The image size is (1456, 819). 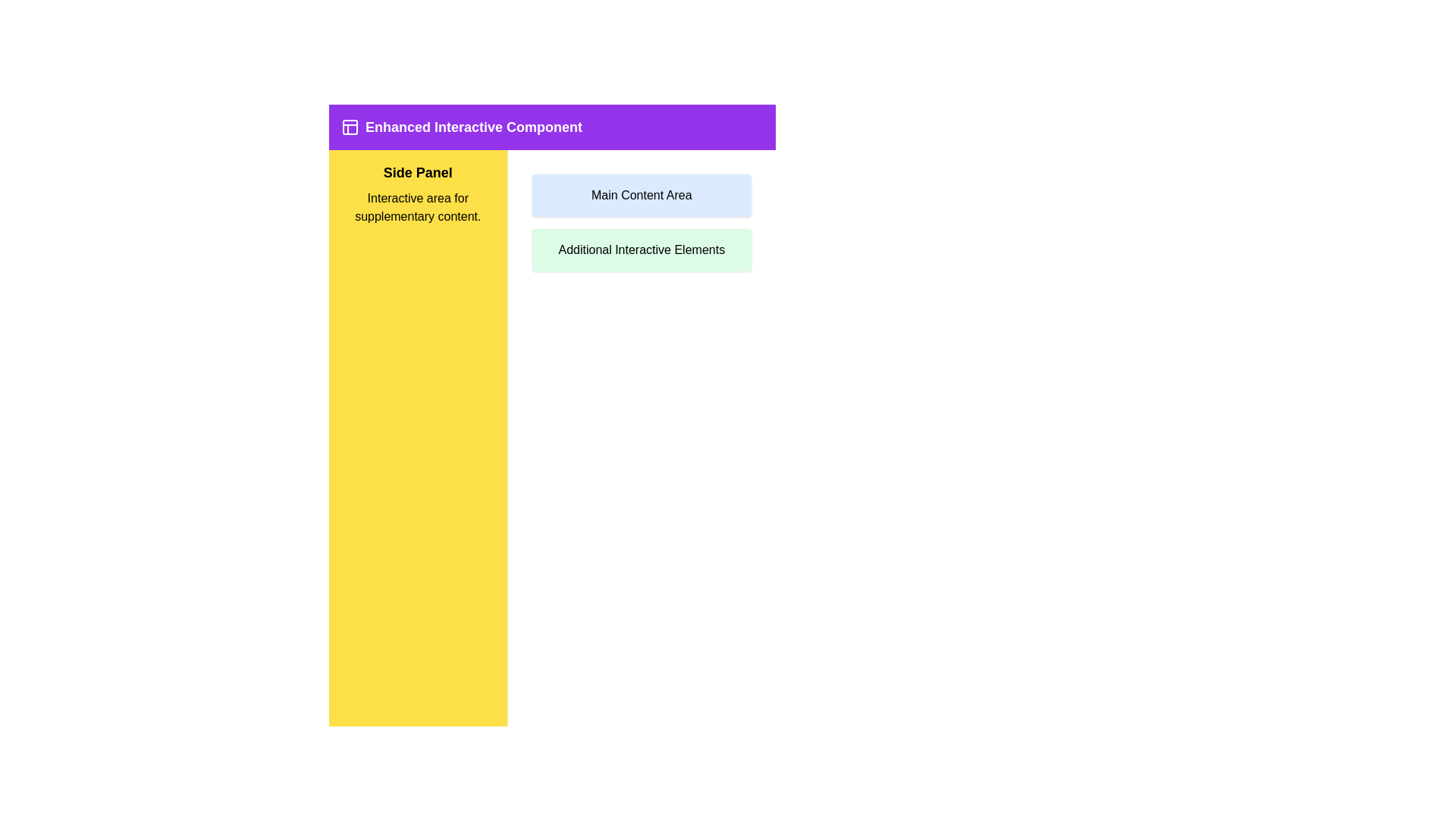 What do you see at coordinates (642, 249) in the screenshot?
I see `text from the text block with a light green background containing bold black text that reads 'Additional Interactive Elements', located in the right portion of the page beneath the 'Main Content Area'` at bounding box center [642, 249].